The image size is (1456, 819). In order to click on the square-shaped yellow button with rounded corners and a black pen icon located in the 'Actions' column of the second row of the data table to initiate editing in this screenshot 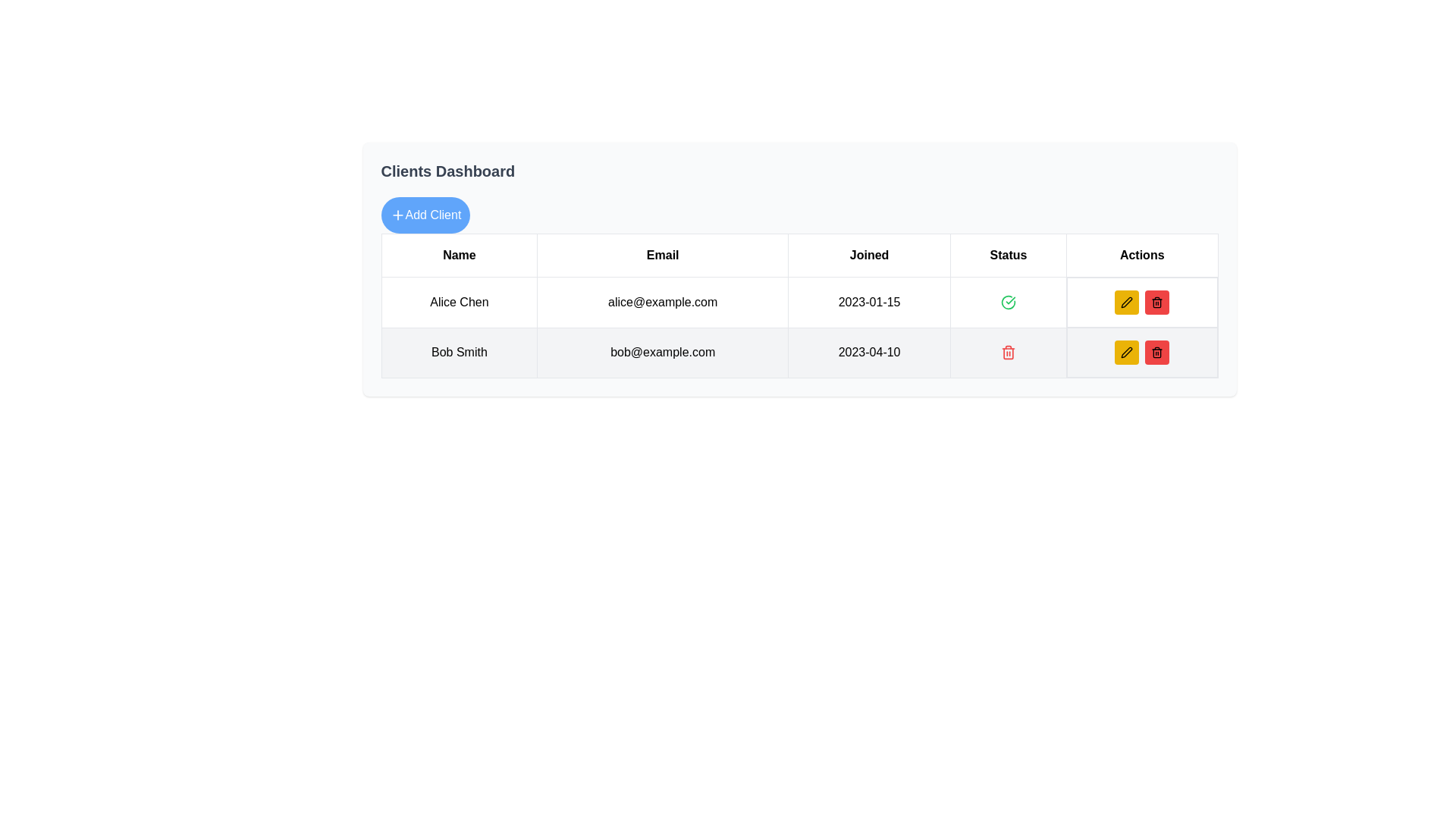, I will do `click(1127, 353)`.